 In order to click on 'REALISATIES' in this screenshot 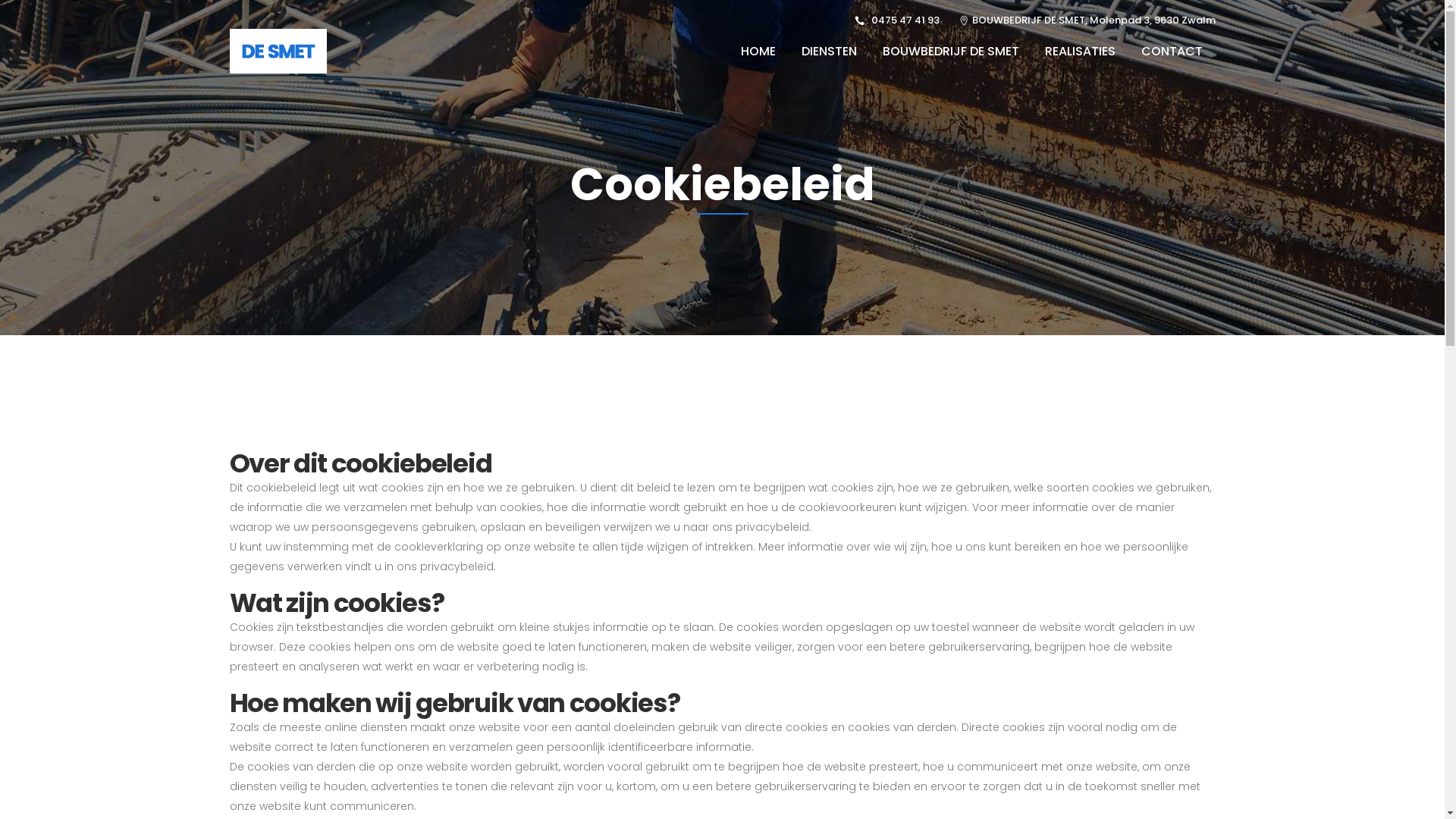, I will do `click(1031, 50)`.